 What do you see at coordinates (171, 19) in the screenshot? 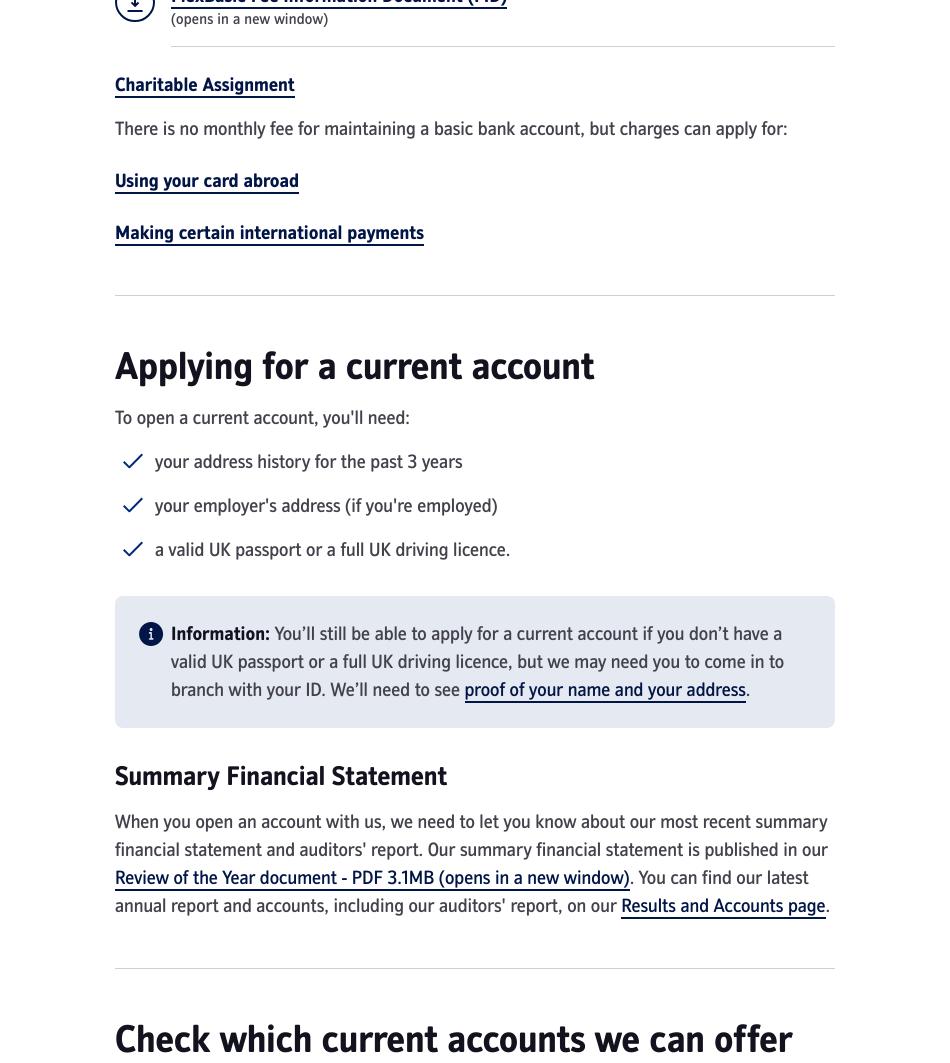
I see `'(opens in a new window)'` at bounding box center [171, 19].